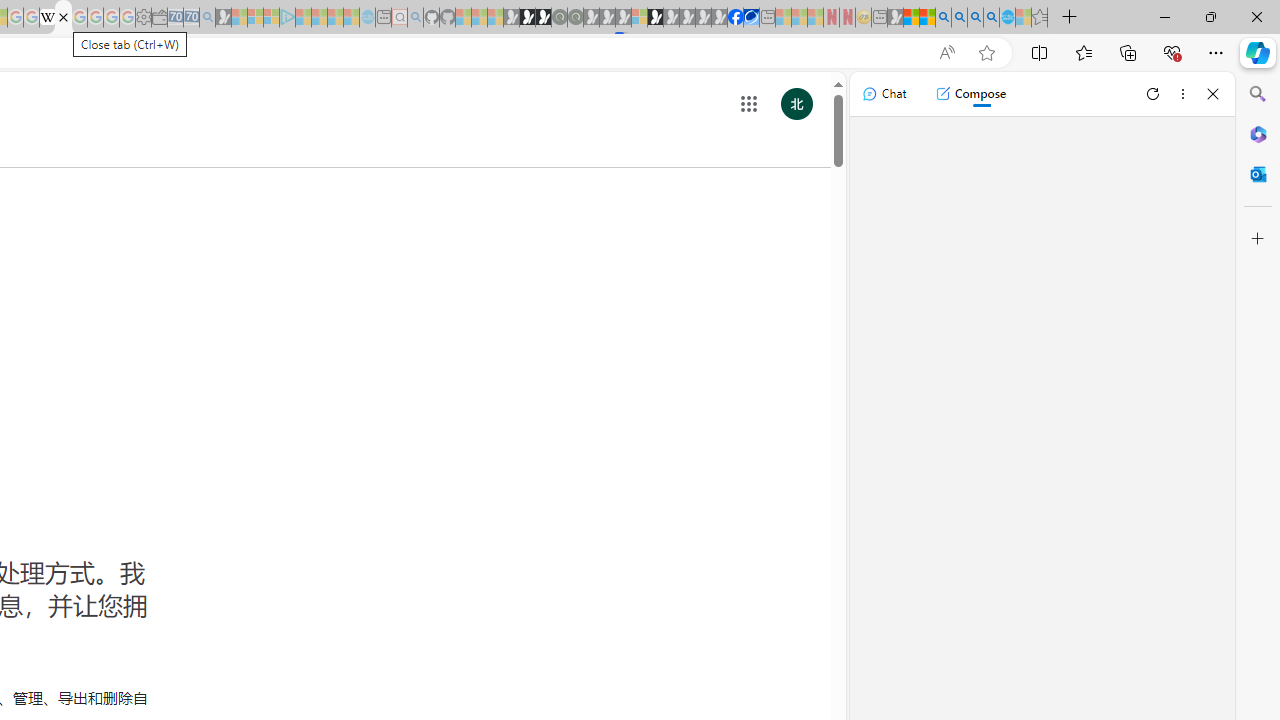  Describe the element at coordinates (574, 17) in the screenshot. I see `'Future Focus Report 2024 - Sleeping'` at that location.